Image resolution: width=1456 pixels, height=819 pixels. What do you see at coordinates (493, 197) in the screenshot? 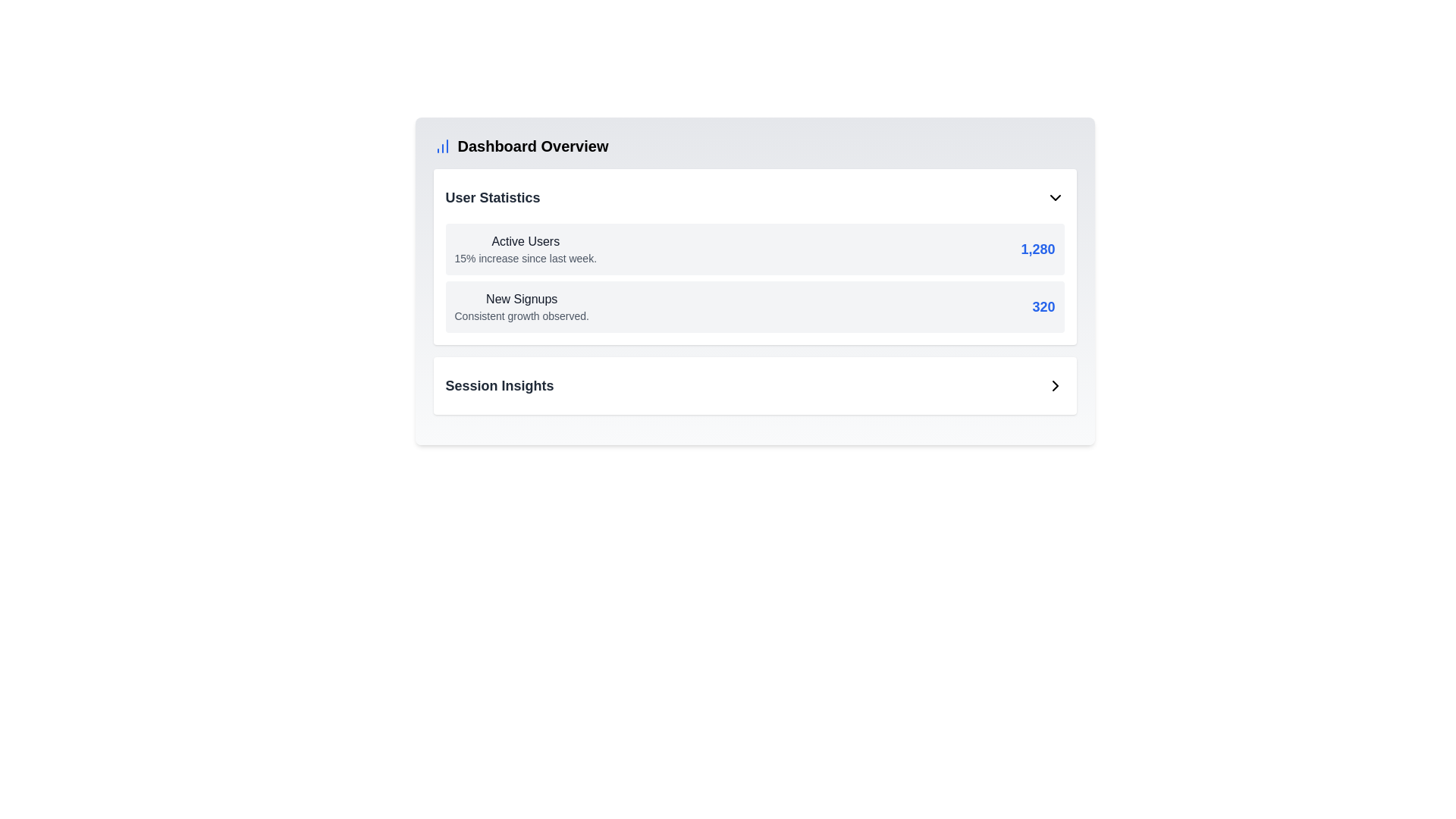
I see `the 'User Statistics' text label` at bounding box center [493, 197].